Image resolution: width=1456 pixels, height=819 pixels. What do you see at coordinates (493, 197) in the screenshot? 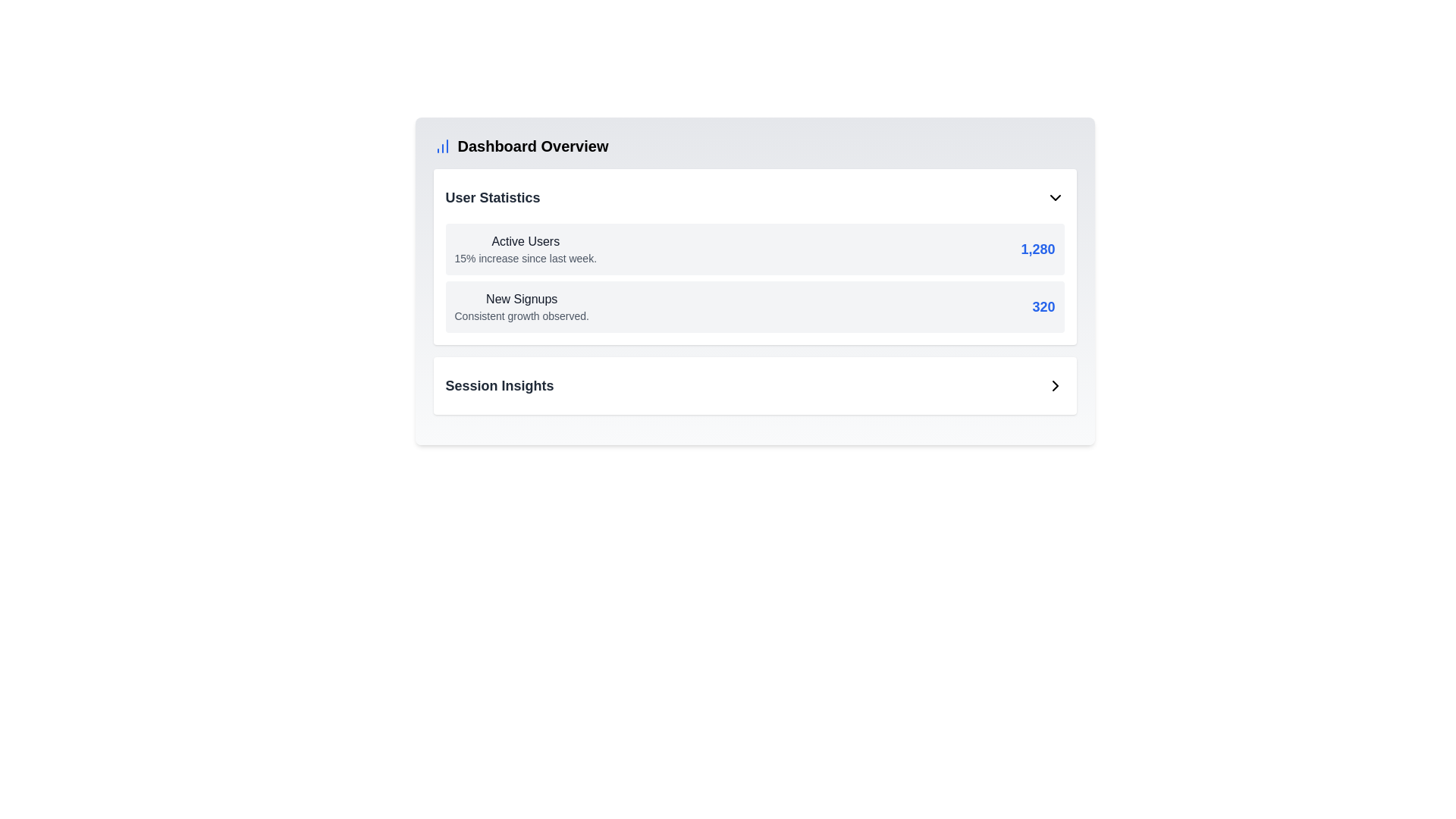
I see `the 'User Statistics' text label` at bounding box center [493, 197].